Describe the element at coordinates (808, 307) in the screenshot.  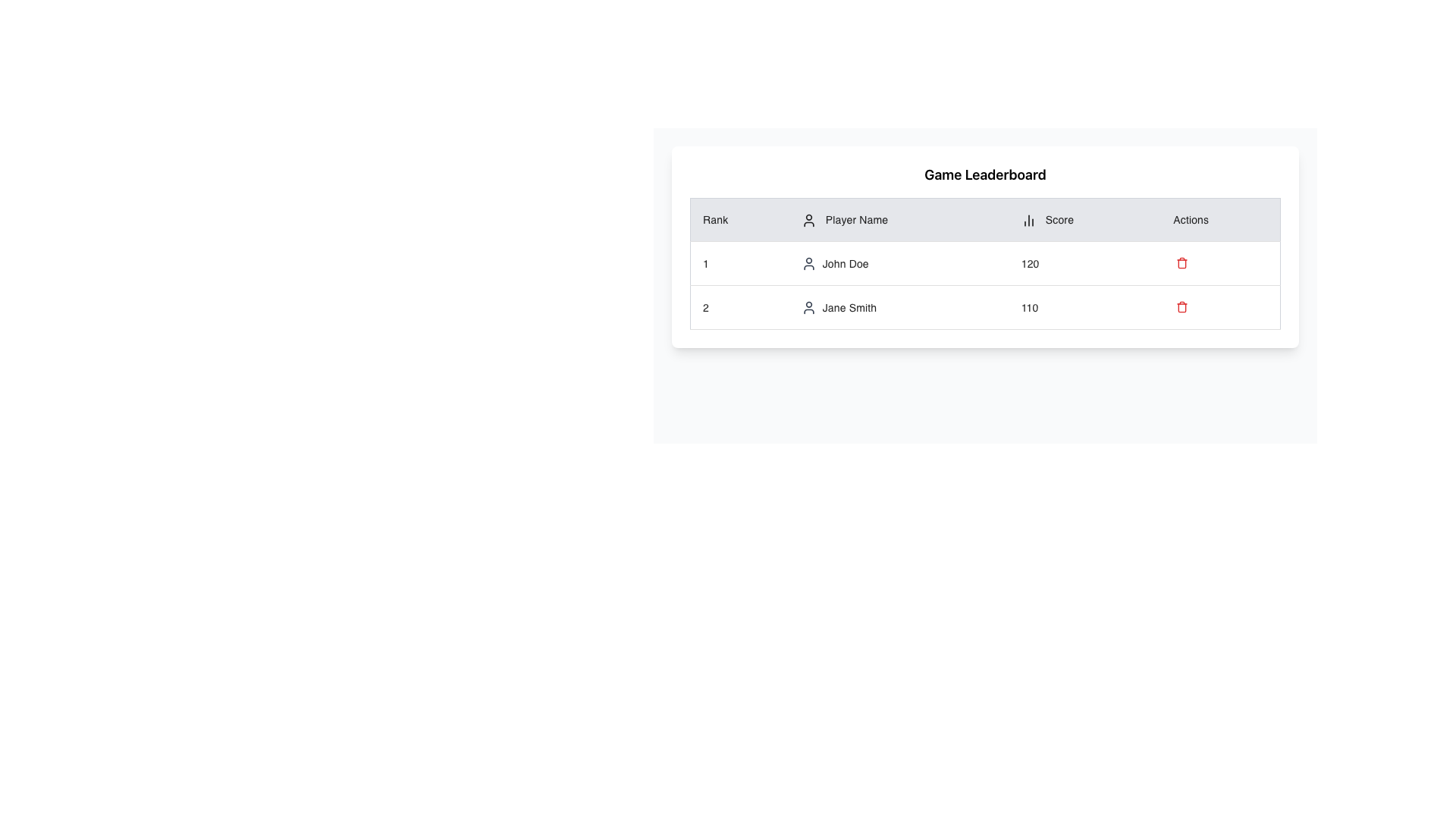
I see `the circular user icon next to 'Jane Smith' in the second row of the leaderboard under the 'Player Name' column` at that location.